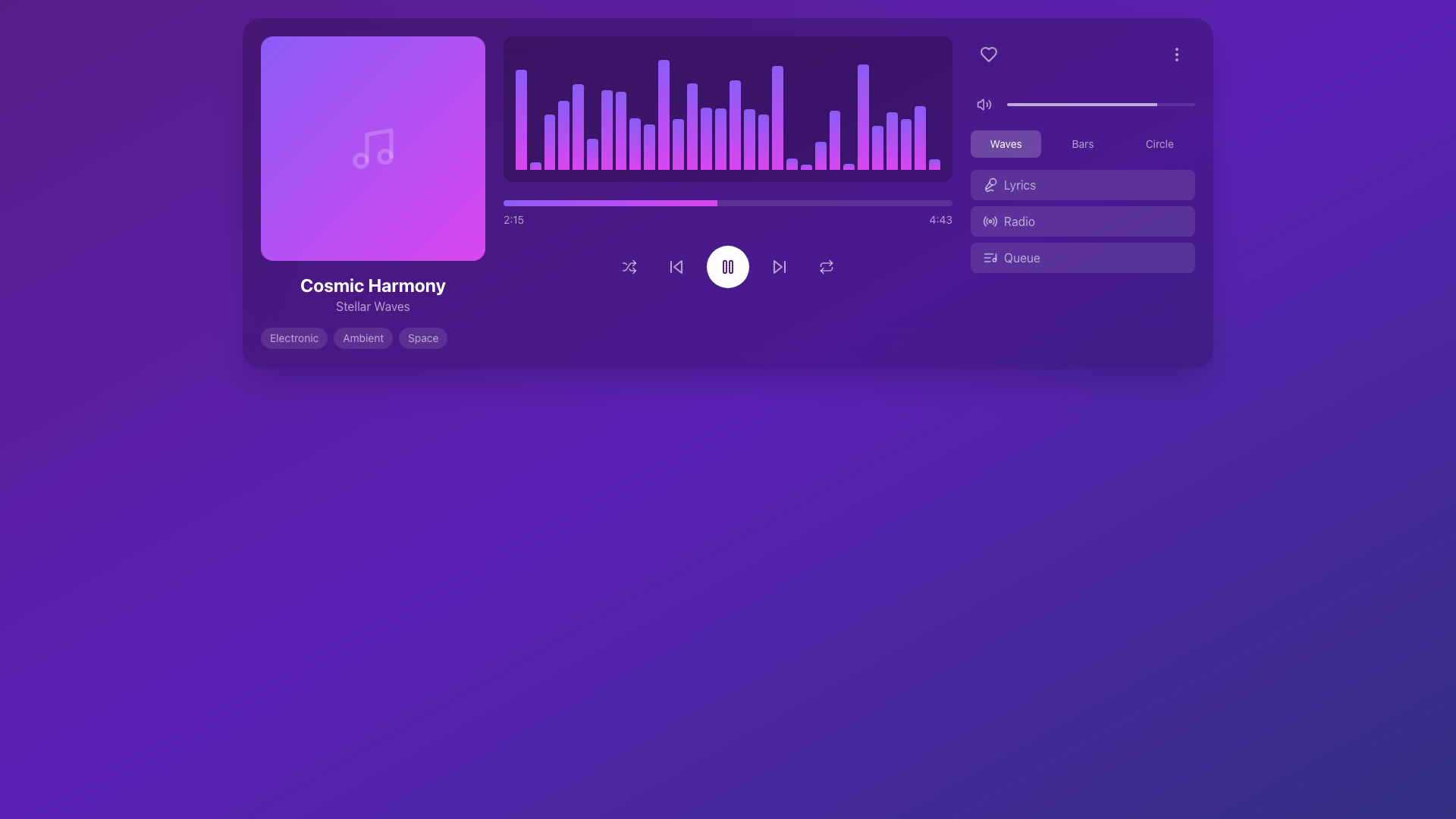  I want to click on the 'Radio' button located in the vertical list of buttons on the right side of the interface, positioned as the second item from the top, so click(1082, 221).